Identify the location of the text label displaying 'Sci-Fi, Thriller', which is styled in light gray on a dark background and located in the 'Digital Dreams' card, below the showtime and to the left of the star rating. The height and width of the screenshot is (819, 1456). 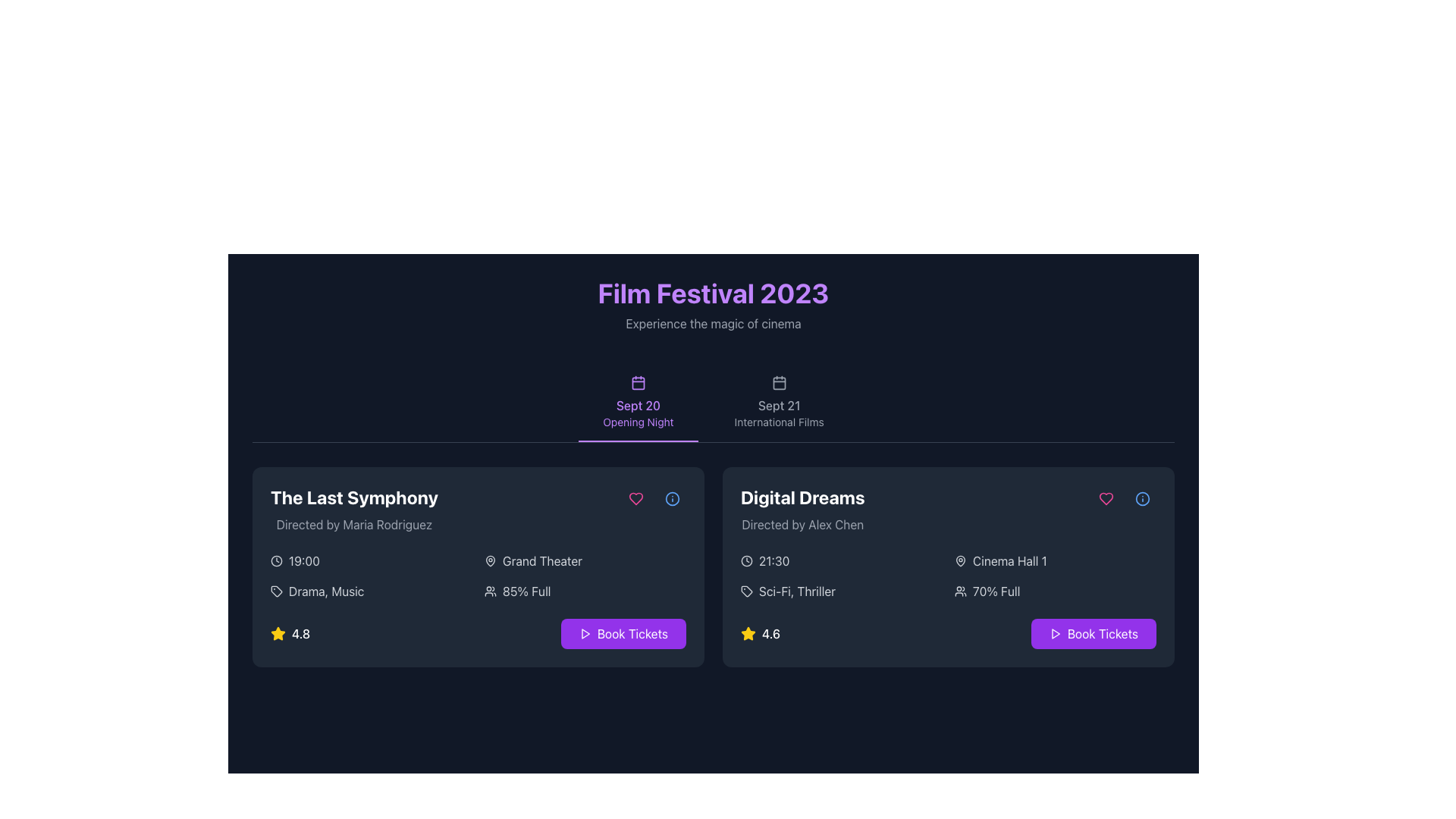
(796, 590).